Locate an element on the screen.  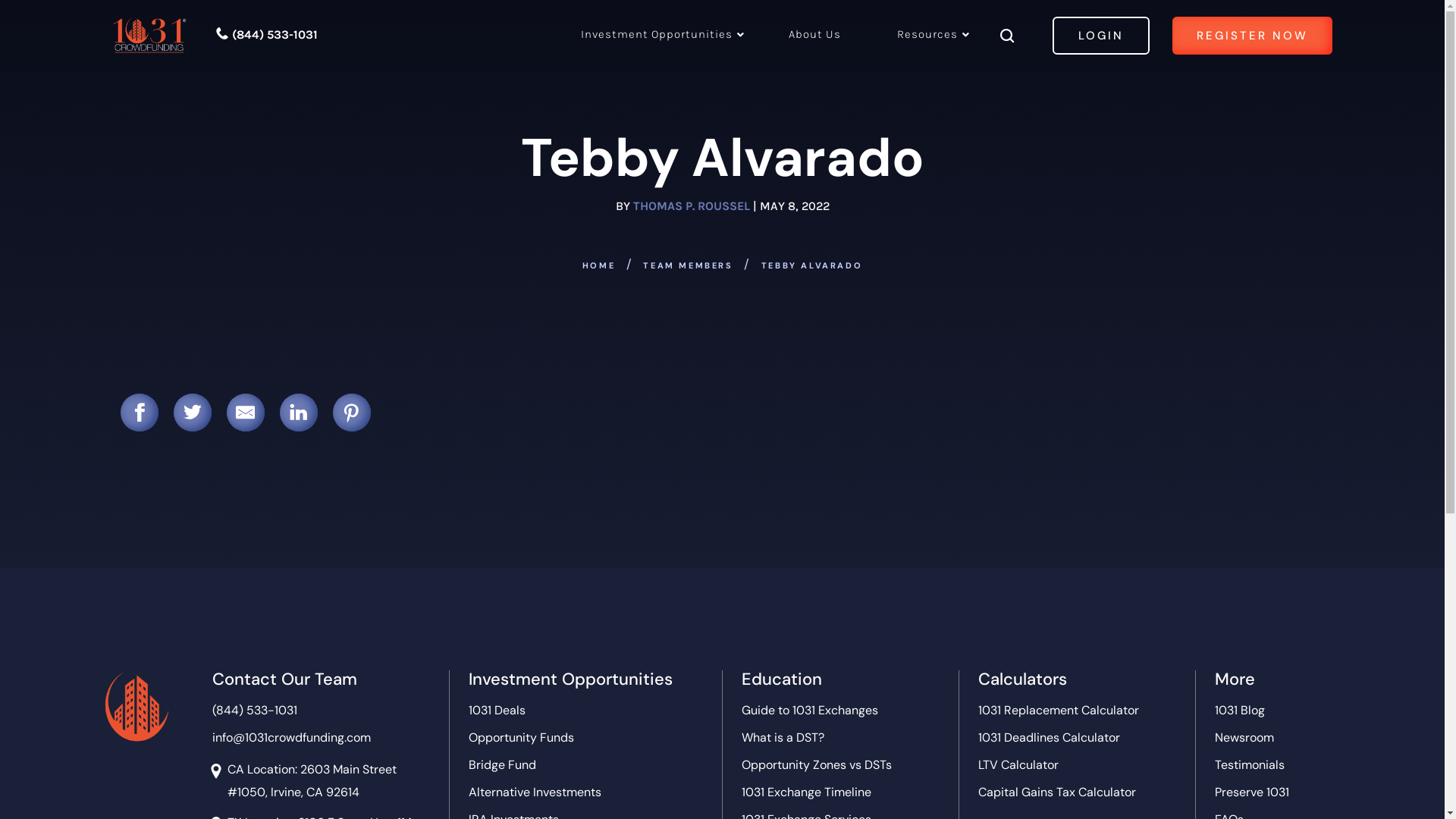
'1031 Blog' is located at coordinates (1240, 711).